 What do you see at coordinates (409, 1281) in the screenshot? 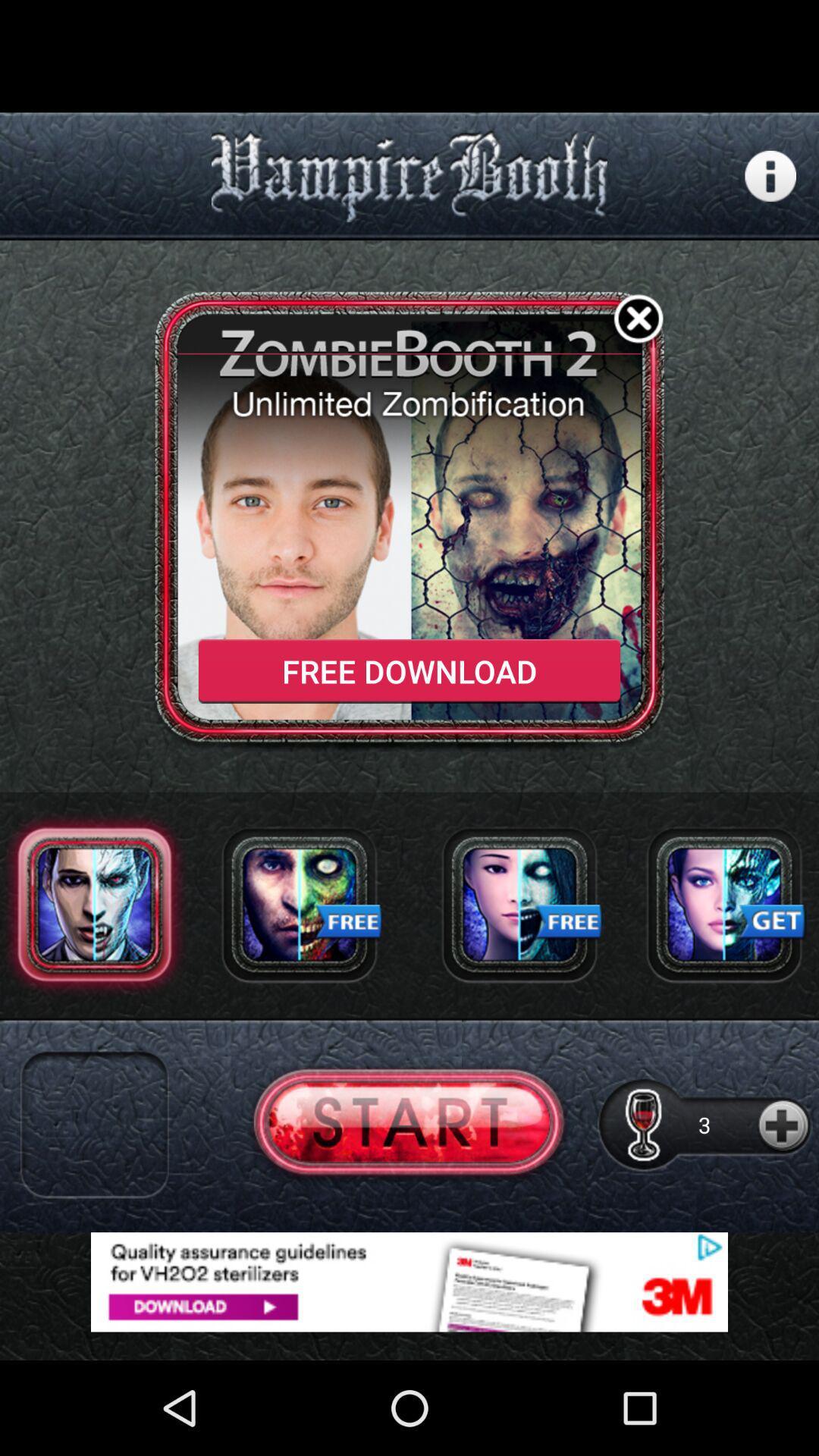
I see `advertisement bar` at bounding box center [409, 1281].